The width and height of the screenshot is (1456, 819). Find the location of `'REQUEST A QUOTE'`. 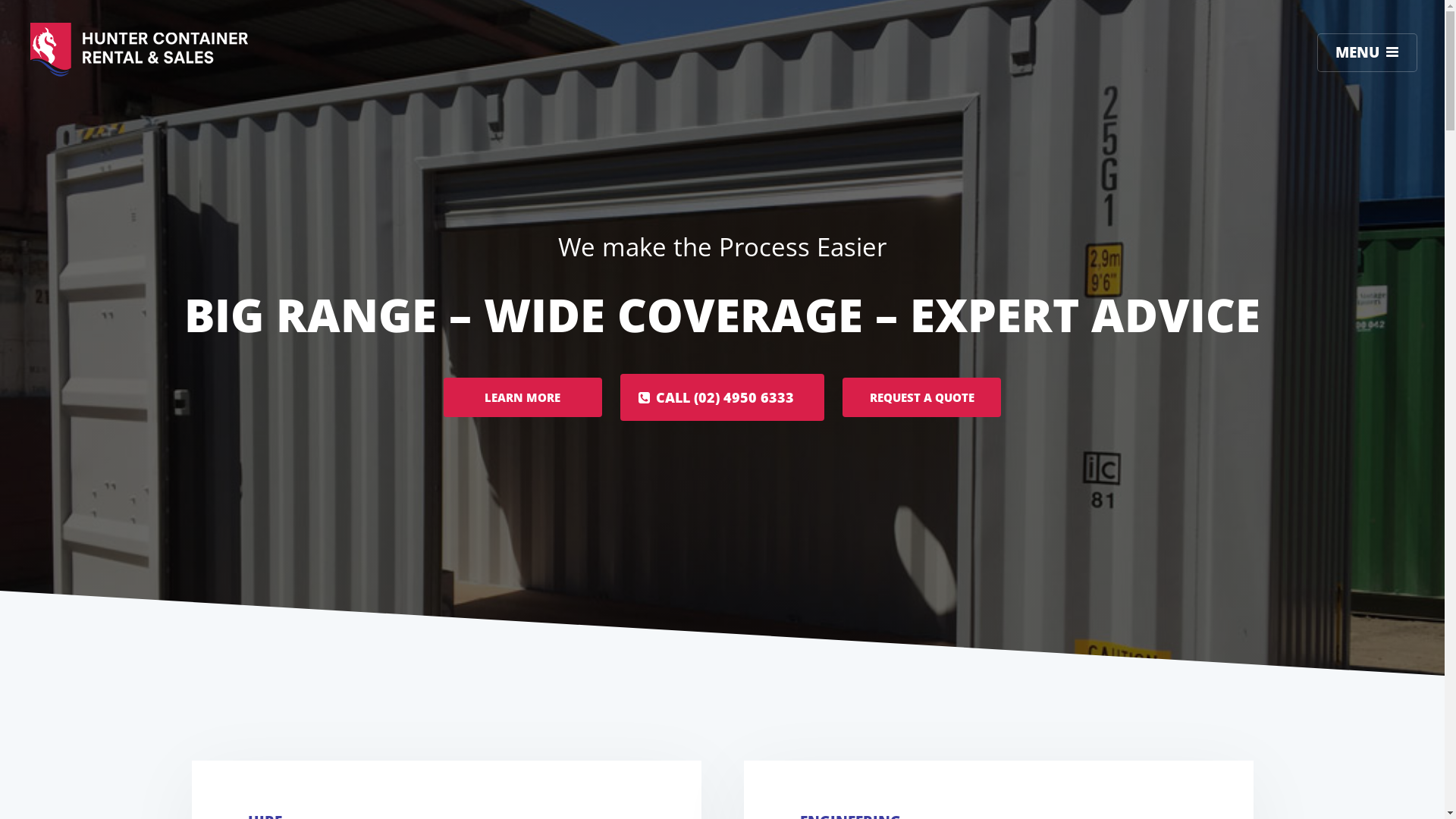

'REQUEST A QUOTE' is located at coordinates (921, 397).